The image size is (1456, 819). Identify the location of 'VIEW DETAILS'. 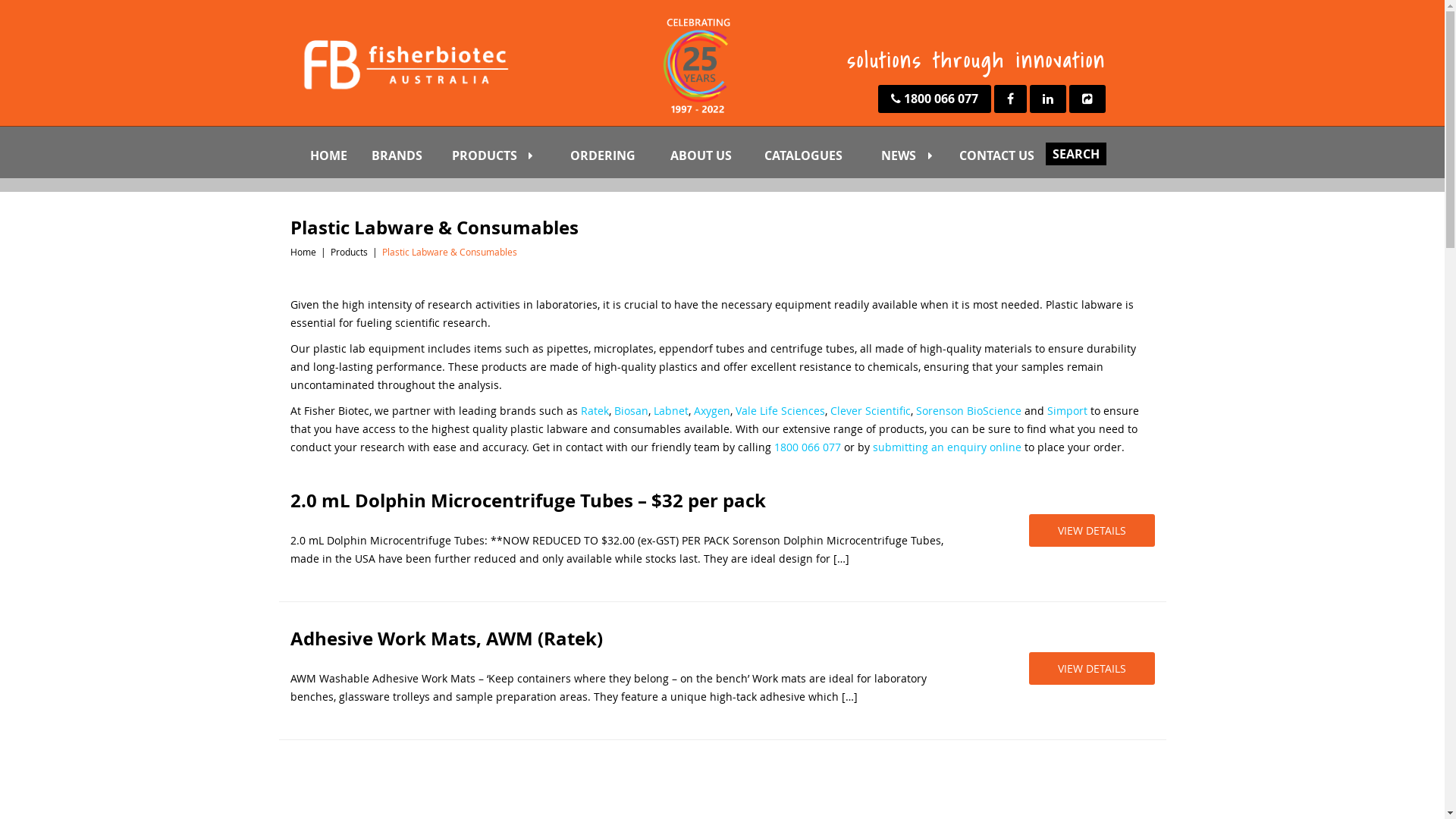
(1090, 529).